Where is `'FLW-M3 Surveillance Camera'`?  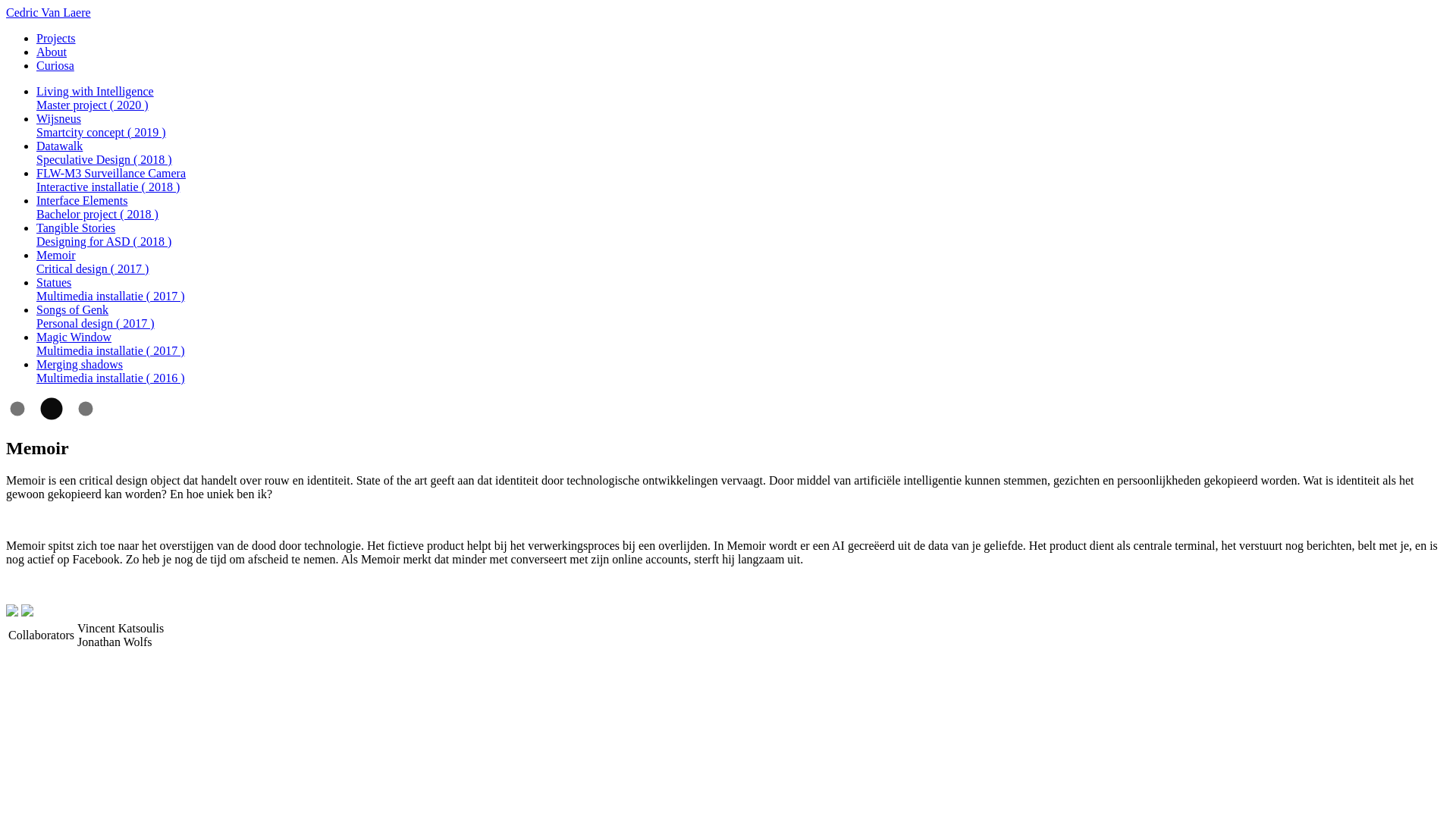
'FLW-M3 Surveillance Camera' is located at coordinates (36, 172).